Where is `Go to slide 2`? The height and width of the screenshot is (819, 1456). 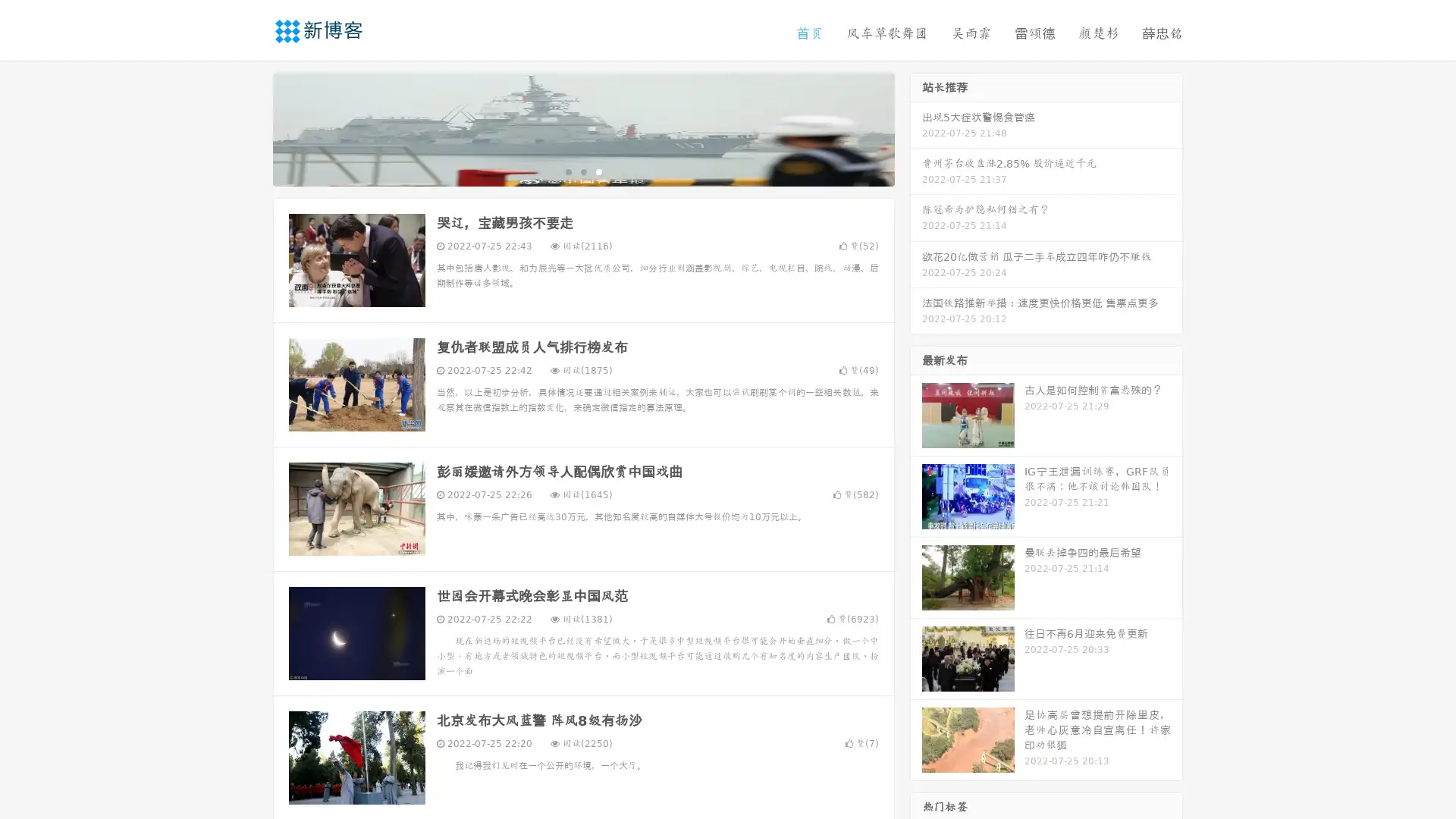 Go to slide 2 is located at coordinates (582, 171).